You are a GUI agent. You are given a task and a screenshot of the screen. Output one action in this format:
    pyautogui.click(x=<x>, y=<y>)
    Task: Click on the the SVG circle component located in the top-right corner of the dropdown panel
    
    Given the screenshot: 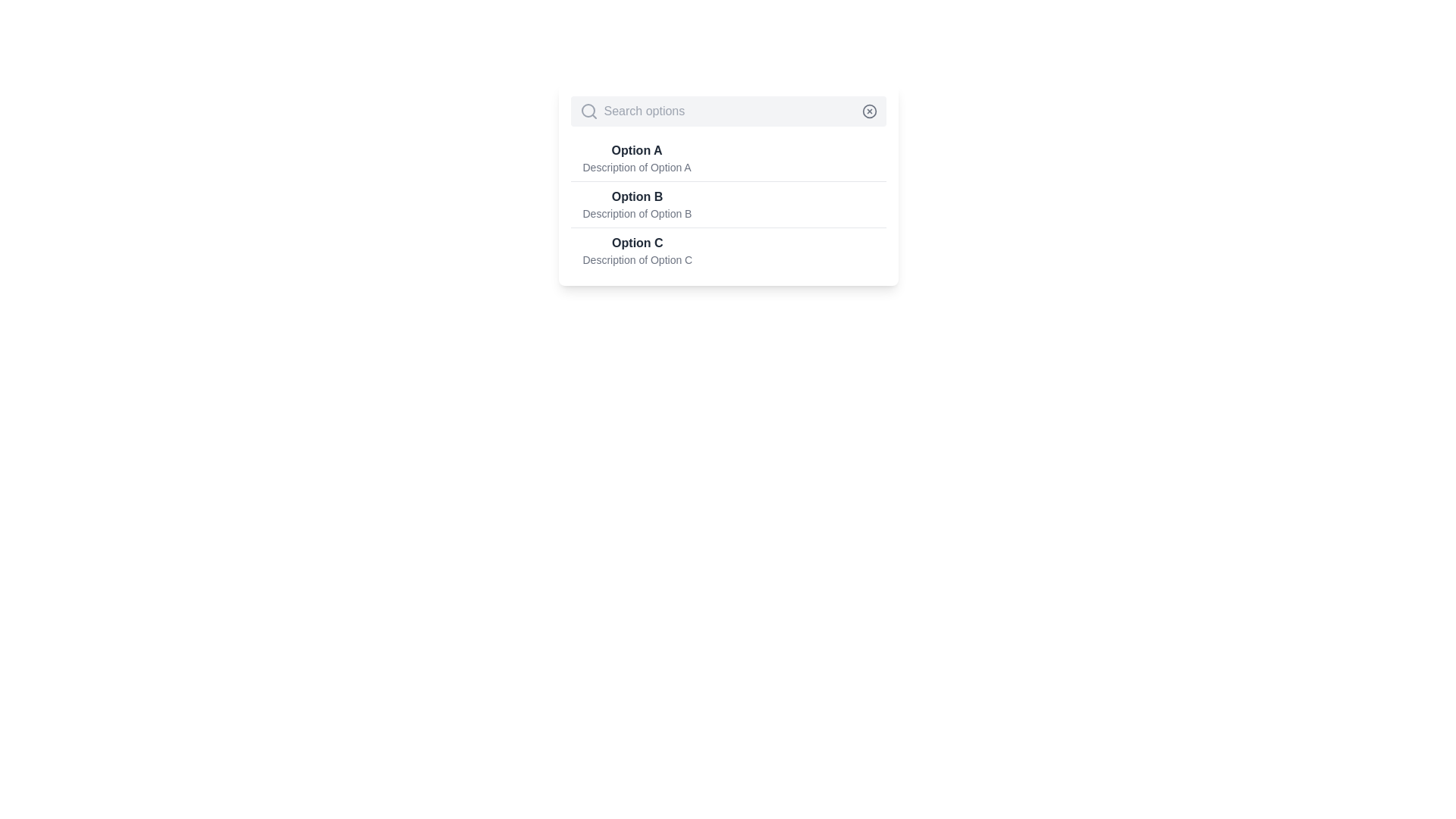 What is the action you would take?
    pyautogui.click(x=869, y=110)
    